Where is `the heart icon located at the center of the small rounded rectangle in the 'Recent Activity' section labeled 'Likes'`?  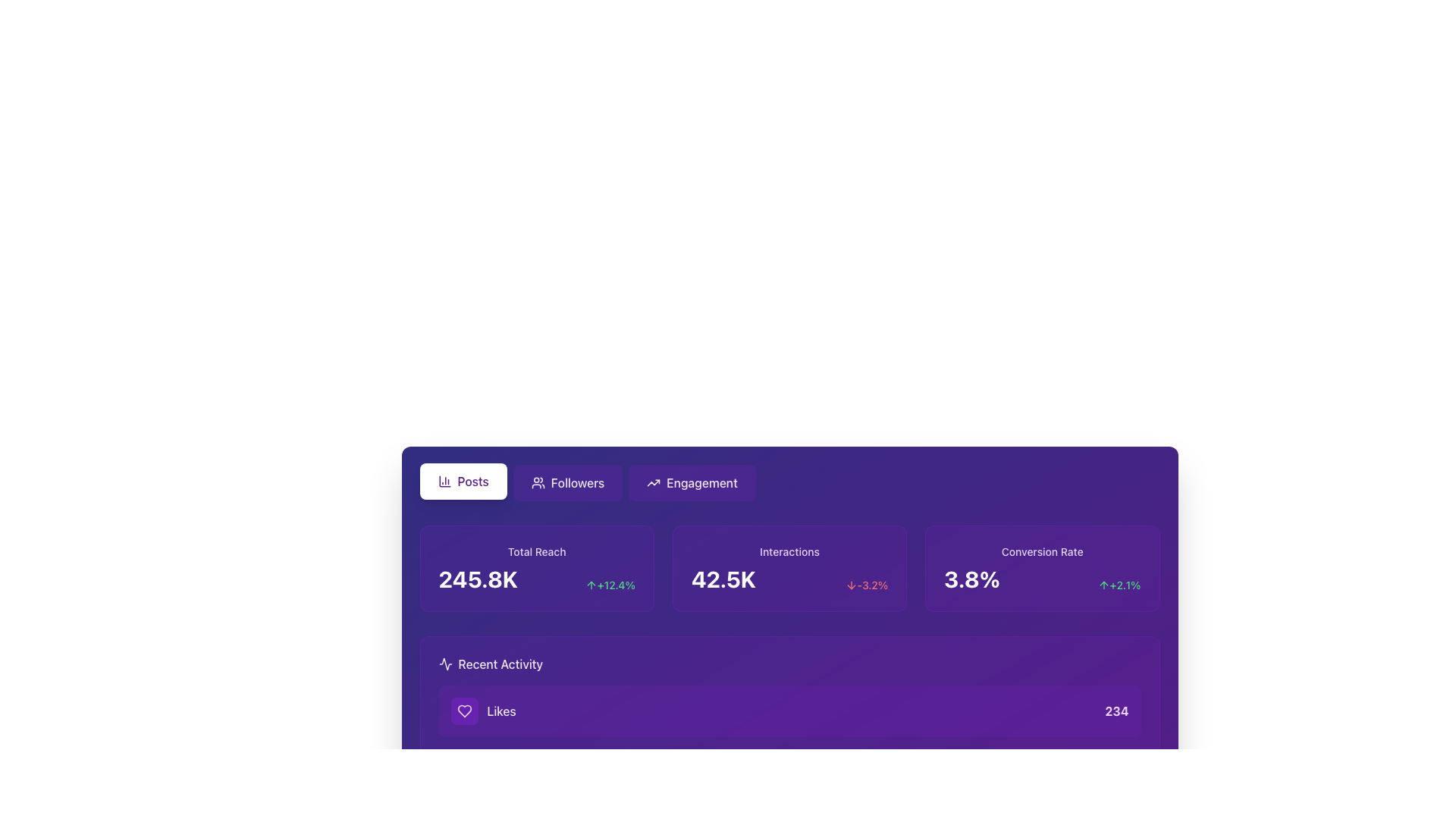
the heart icon located at the center of the small rounded rectangle in the 'Recent Activity' section labeled 'Likes' is located at coordinates (463, 711).